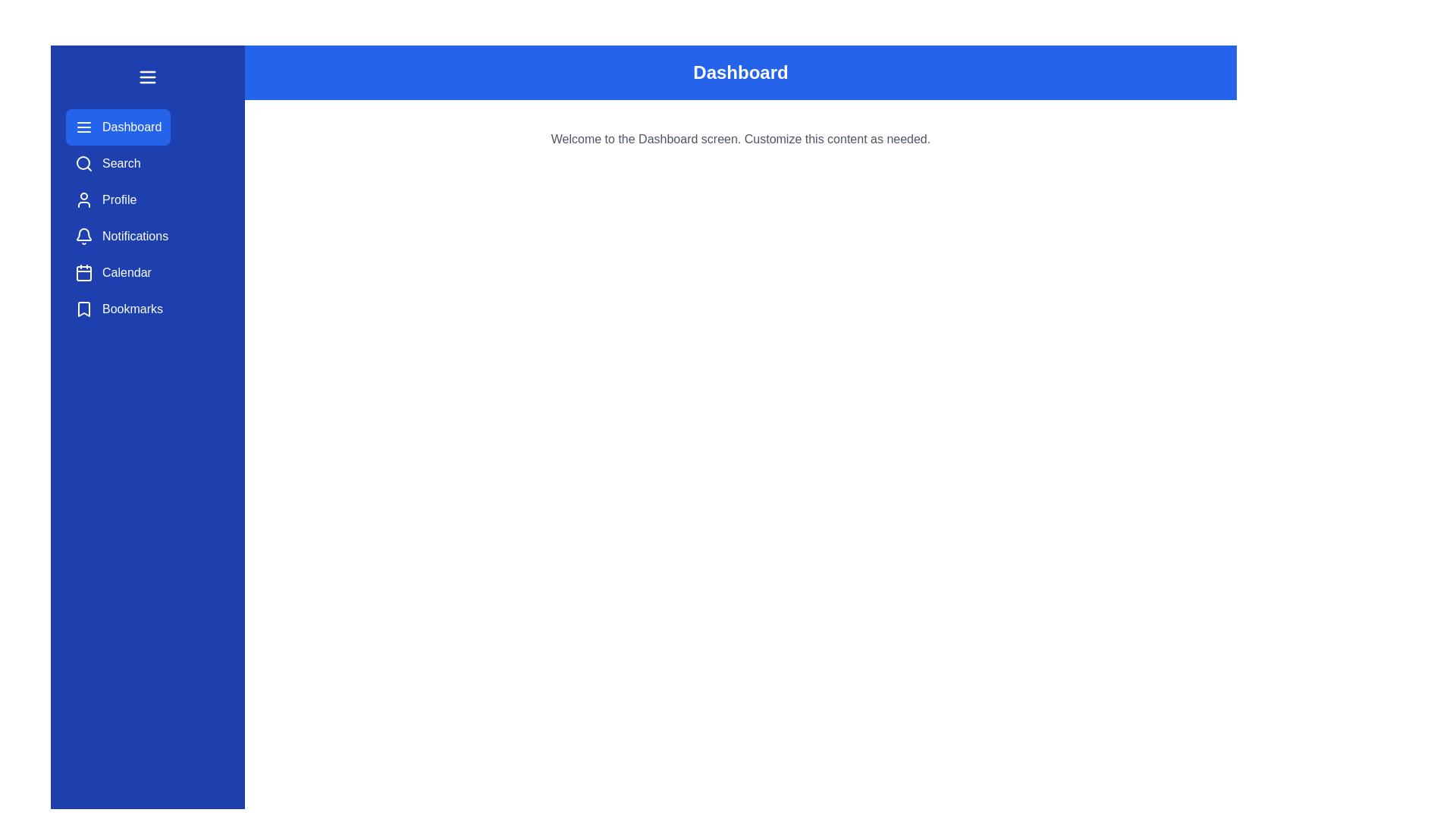 This screenshot has height=819, width=1456. What do you see at coordinates (148, 77) in the screenshot?
I see `the hamburger menu icon, which consists of three horizontal lines` at bounding box center [148, 77].